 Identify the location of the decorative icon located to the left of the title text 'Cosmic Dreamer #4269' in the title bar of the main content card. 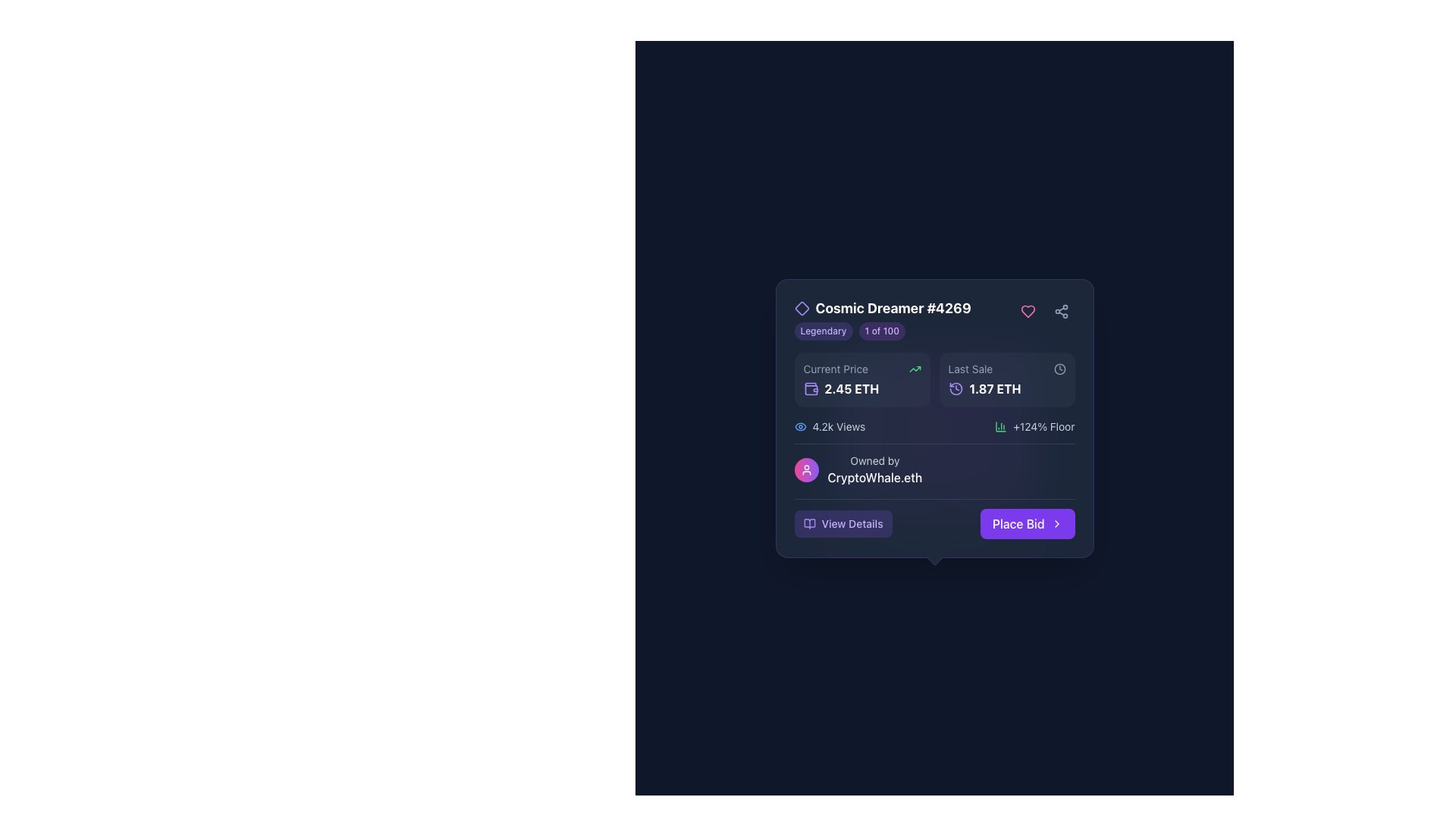
(801, 308).